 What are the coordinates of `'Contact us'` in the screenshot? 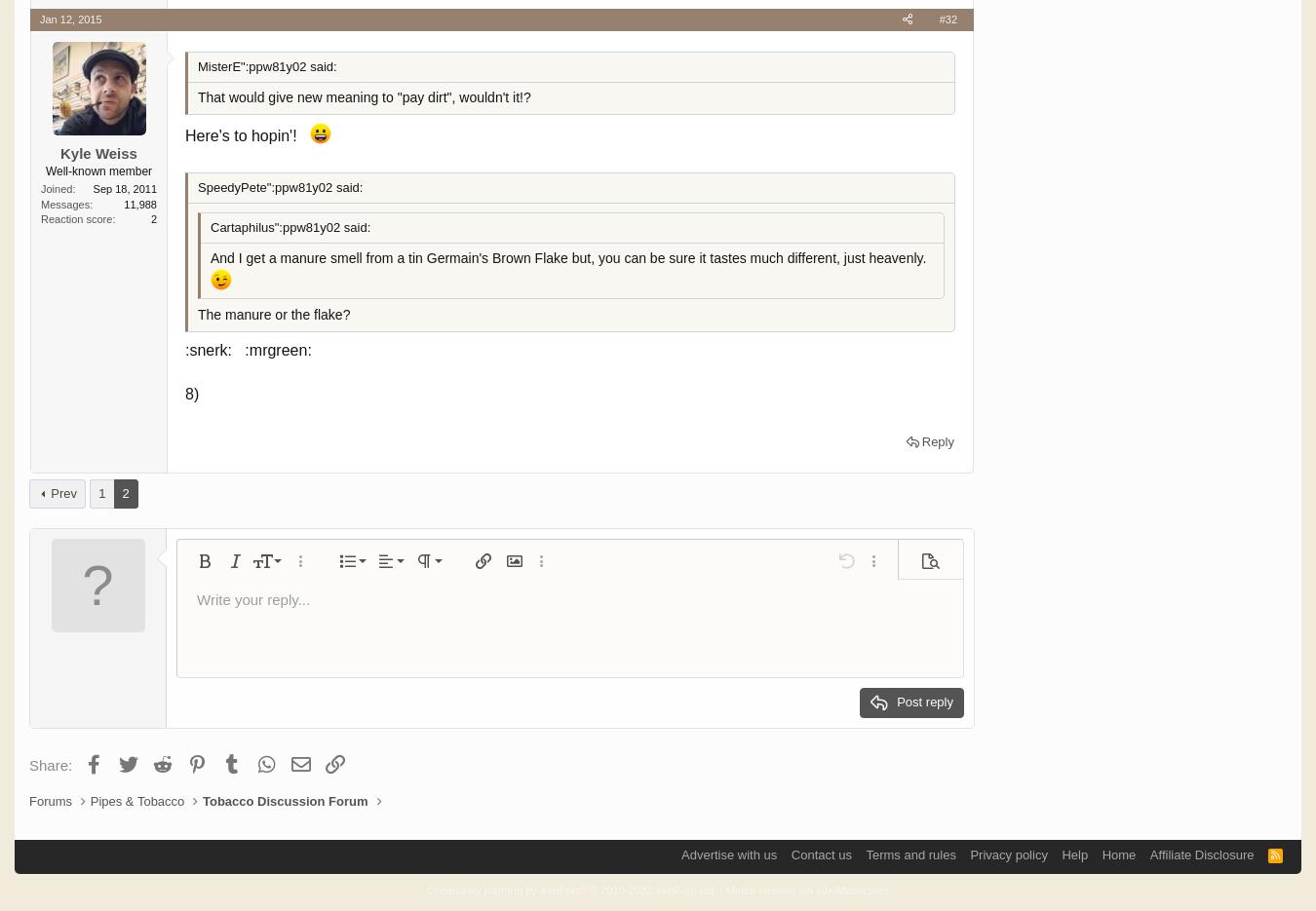 It's located at (820, 854).